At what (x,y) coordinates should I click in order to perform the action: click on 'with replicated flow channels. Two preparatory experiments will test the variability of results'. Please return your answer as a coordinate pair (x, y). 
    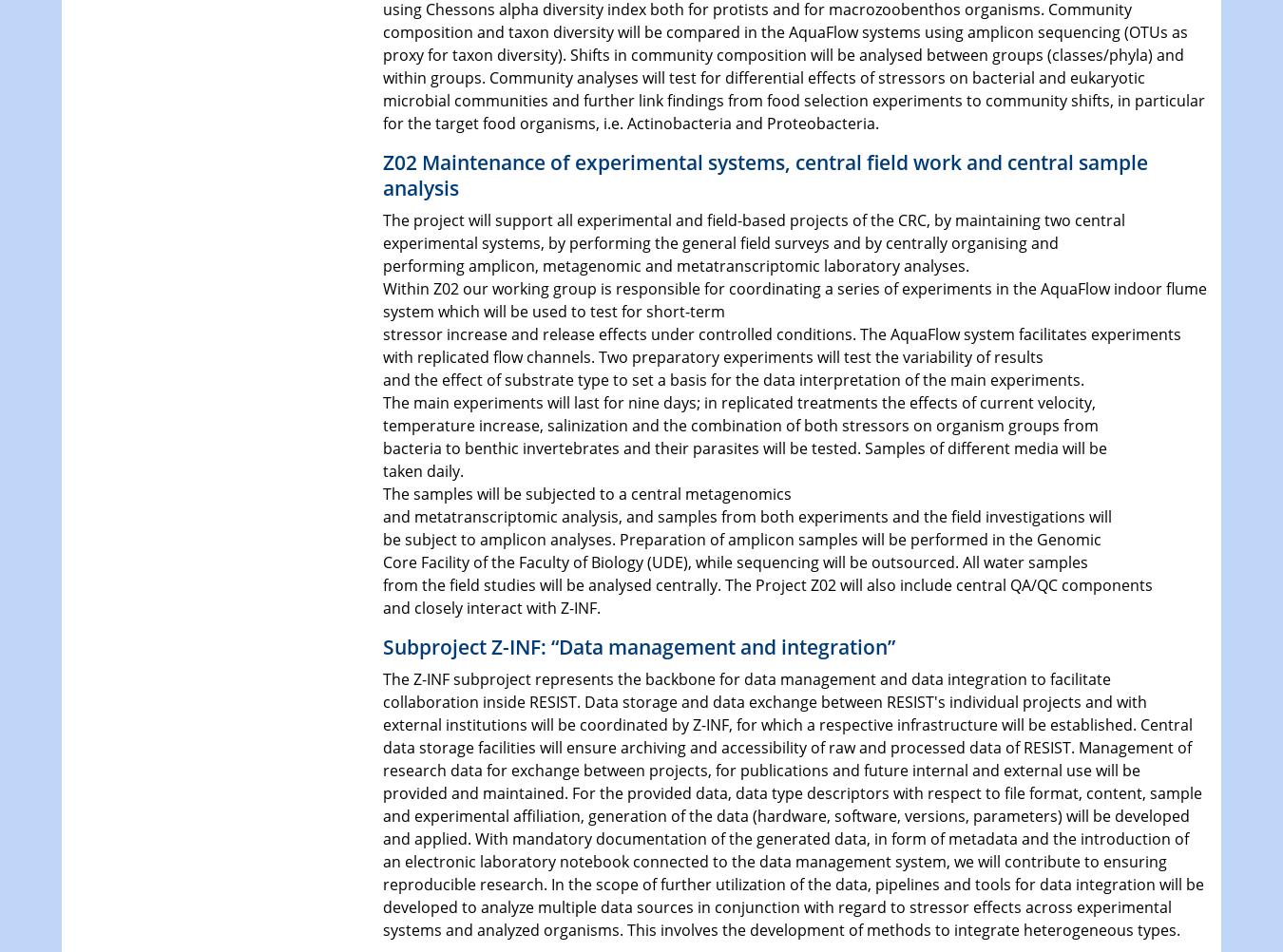
    Looking at the image, I should click on (382, 356).